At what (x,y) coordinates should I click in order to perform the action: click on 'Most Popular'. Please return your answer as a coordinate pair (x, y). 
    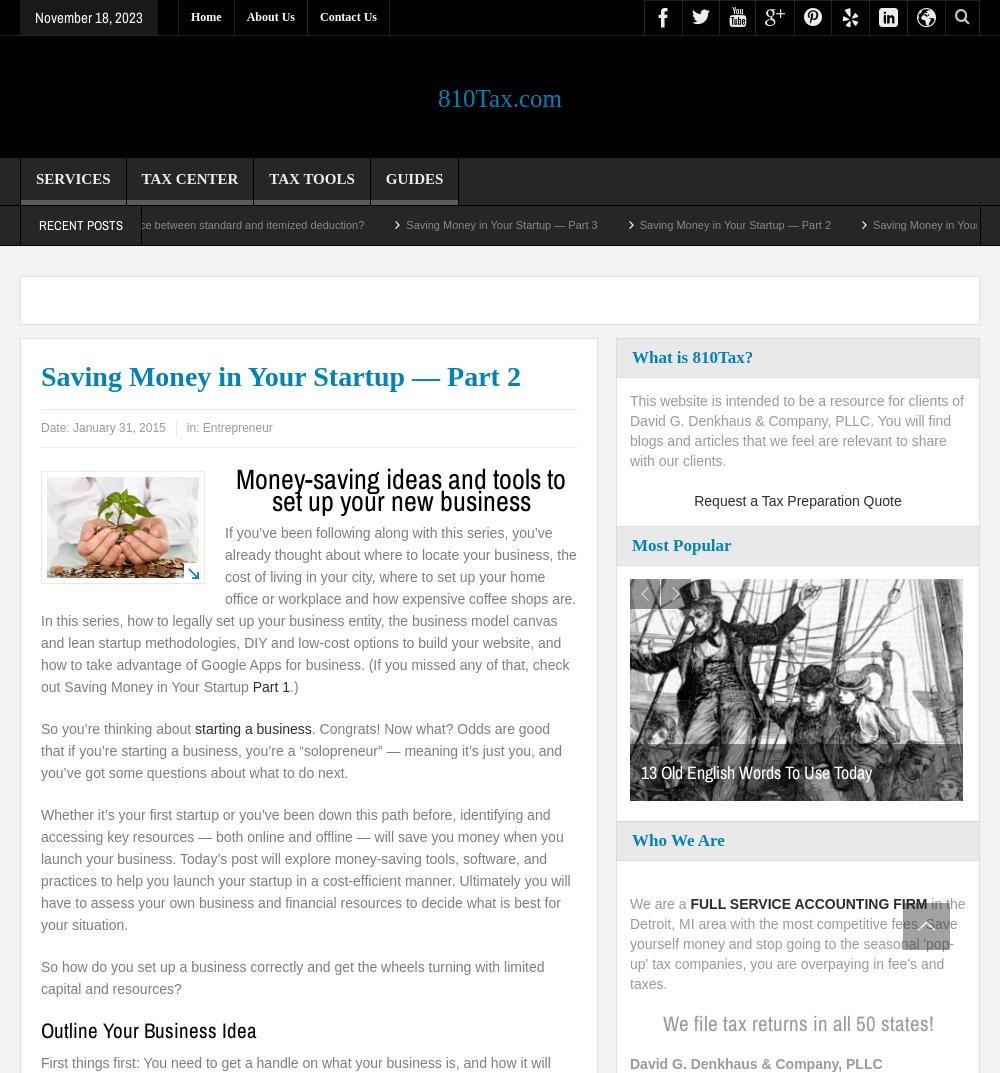
    Looking at the image, I should click on (681, 545).